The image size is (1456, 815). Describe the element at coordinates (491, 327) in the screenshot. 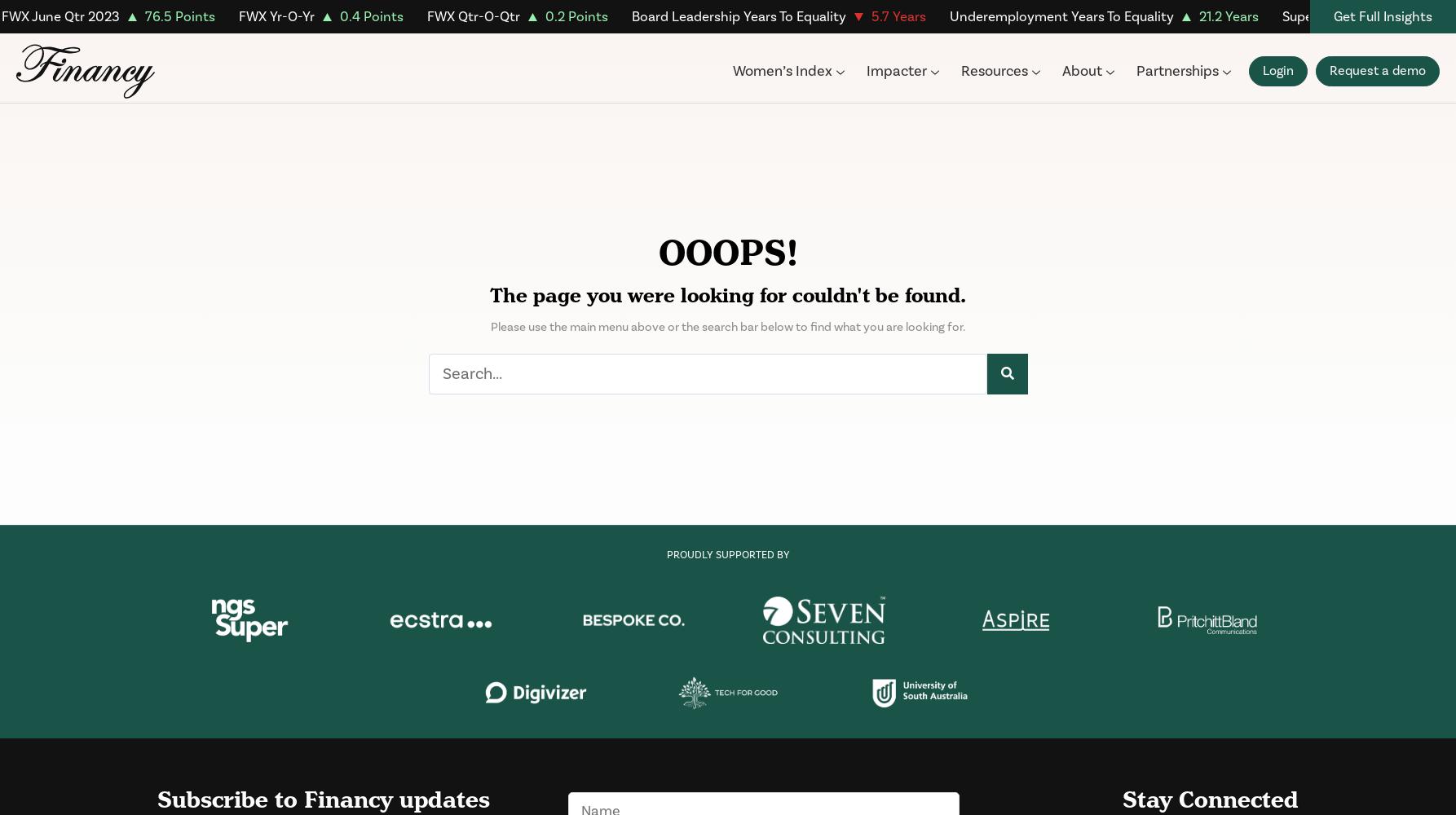

I see `'Please use the main menu above or the search bar below to find what you are looking for.'` at that location.